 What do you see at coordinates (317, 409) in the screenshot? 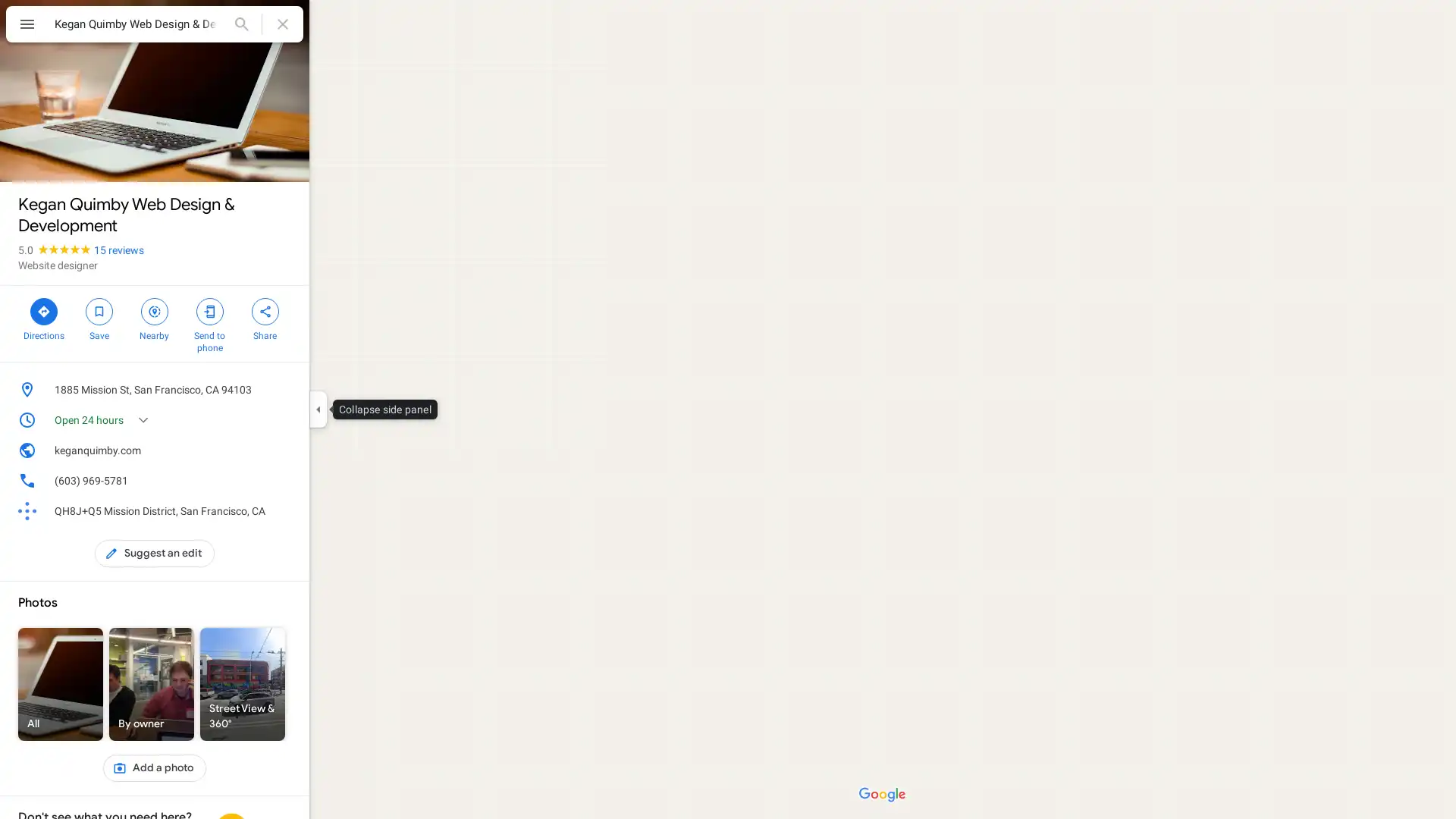
I see `Collapse side panel` at bounding box center [317, 409].